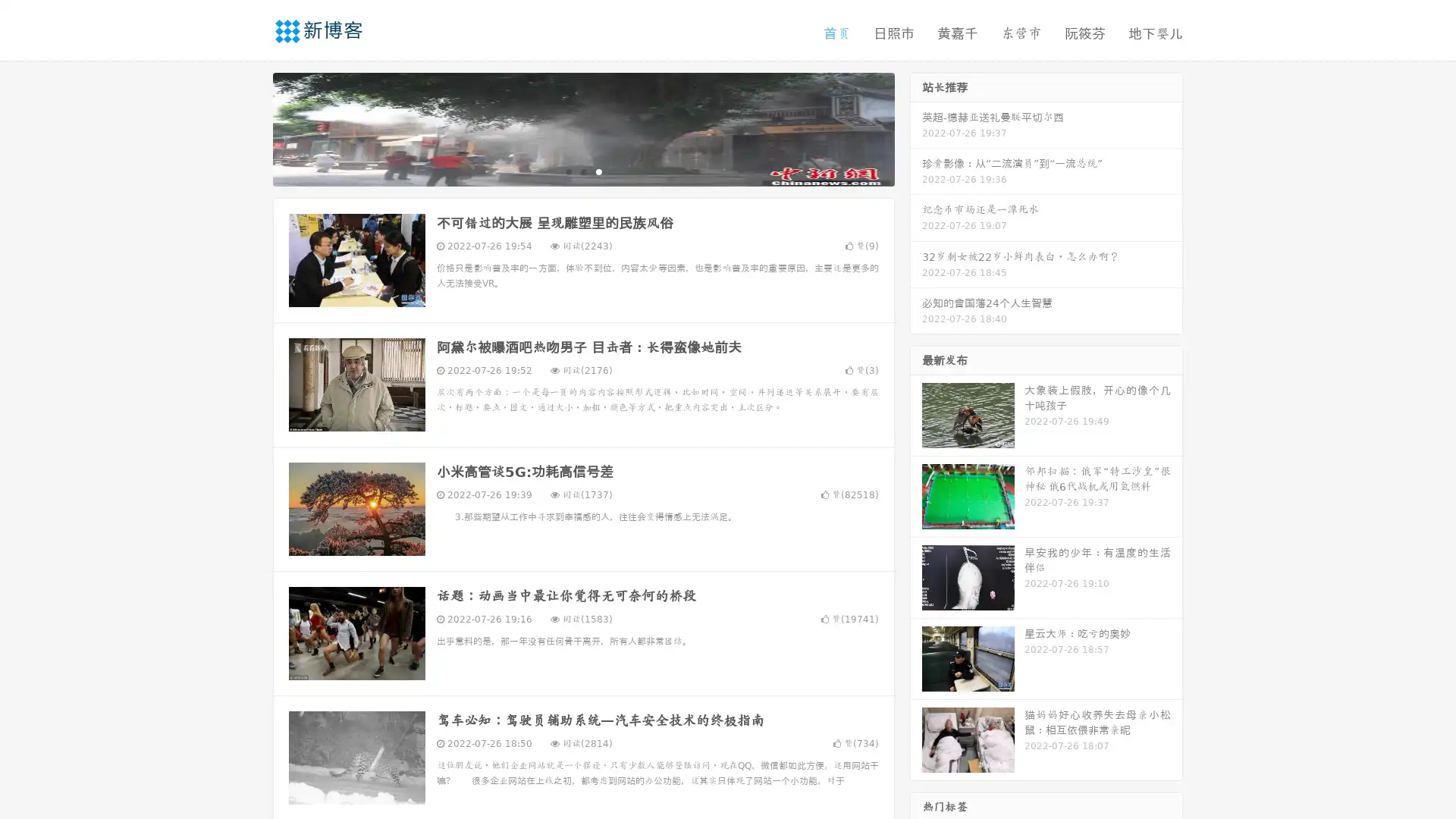 Image resolution: width=1456 pixels, height=819 pixels. What do you see at coordinates (567, 171) in the screenshot?
I see `Go to slide 1` at bounding box center [567, 171].